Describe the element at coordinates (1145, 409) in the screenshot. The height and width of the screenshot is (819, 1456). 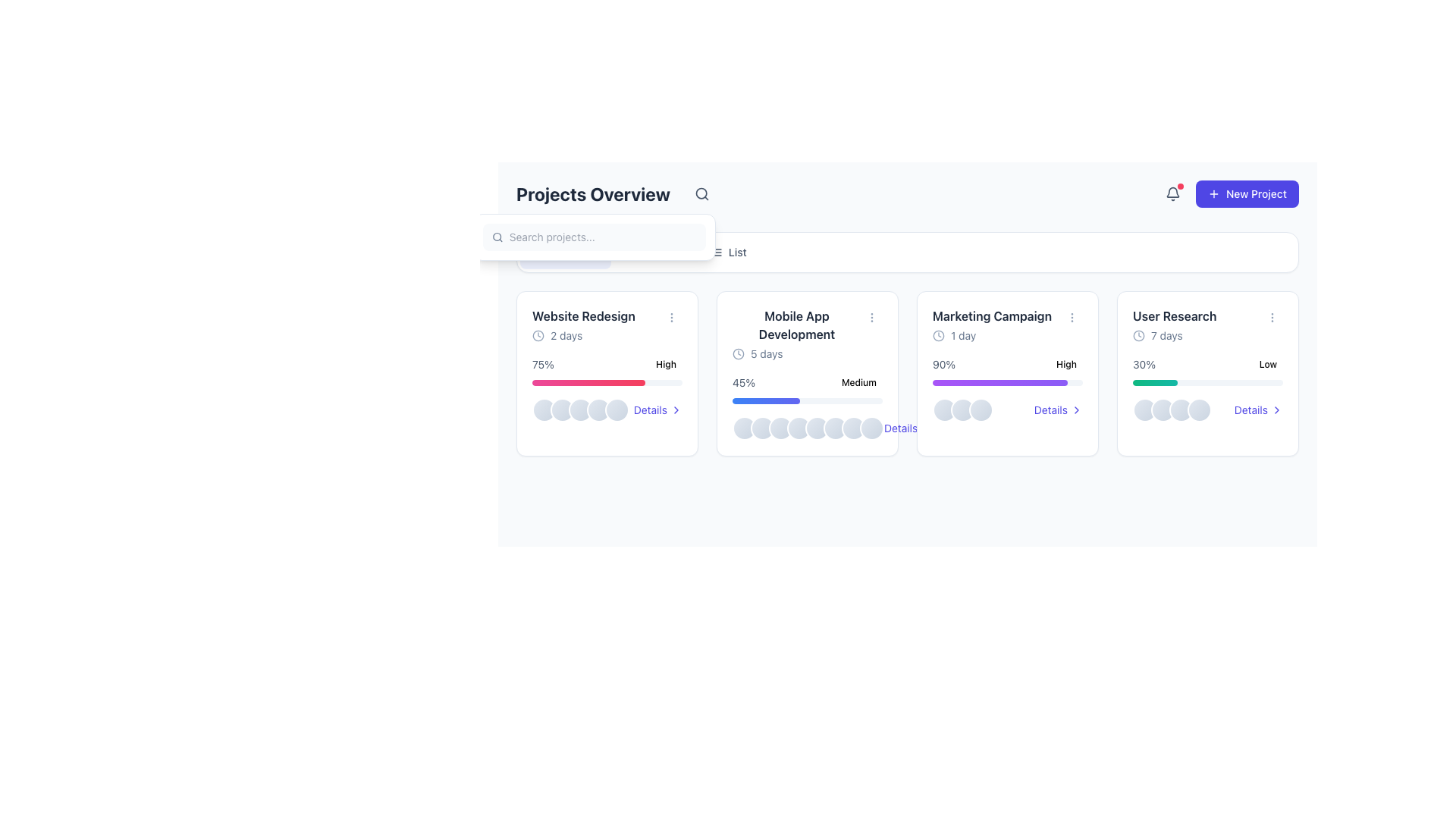
I see `the leftmost circular icon with a smooth gradient background and a thin white border in the 'User Research' project's progress section` at that location.